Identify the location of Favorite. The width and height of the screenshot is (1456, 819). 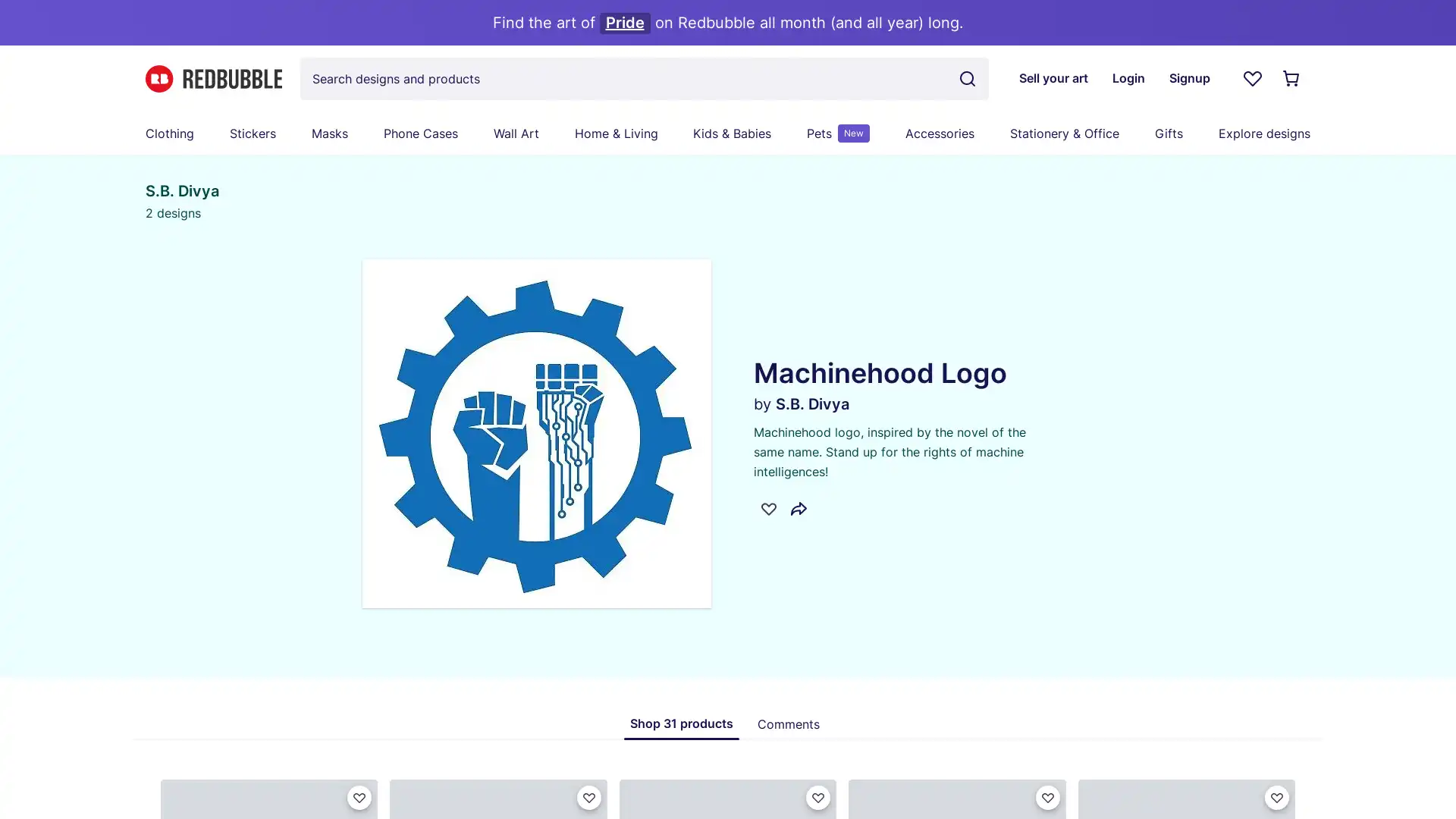
(1046, 797).